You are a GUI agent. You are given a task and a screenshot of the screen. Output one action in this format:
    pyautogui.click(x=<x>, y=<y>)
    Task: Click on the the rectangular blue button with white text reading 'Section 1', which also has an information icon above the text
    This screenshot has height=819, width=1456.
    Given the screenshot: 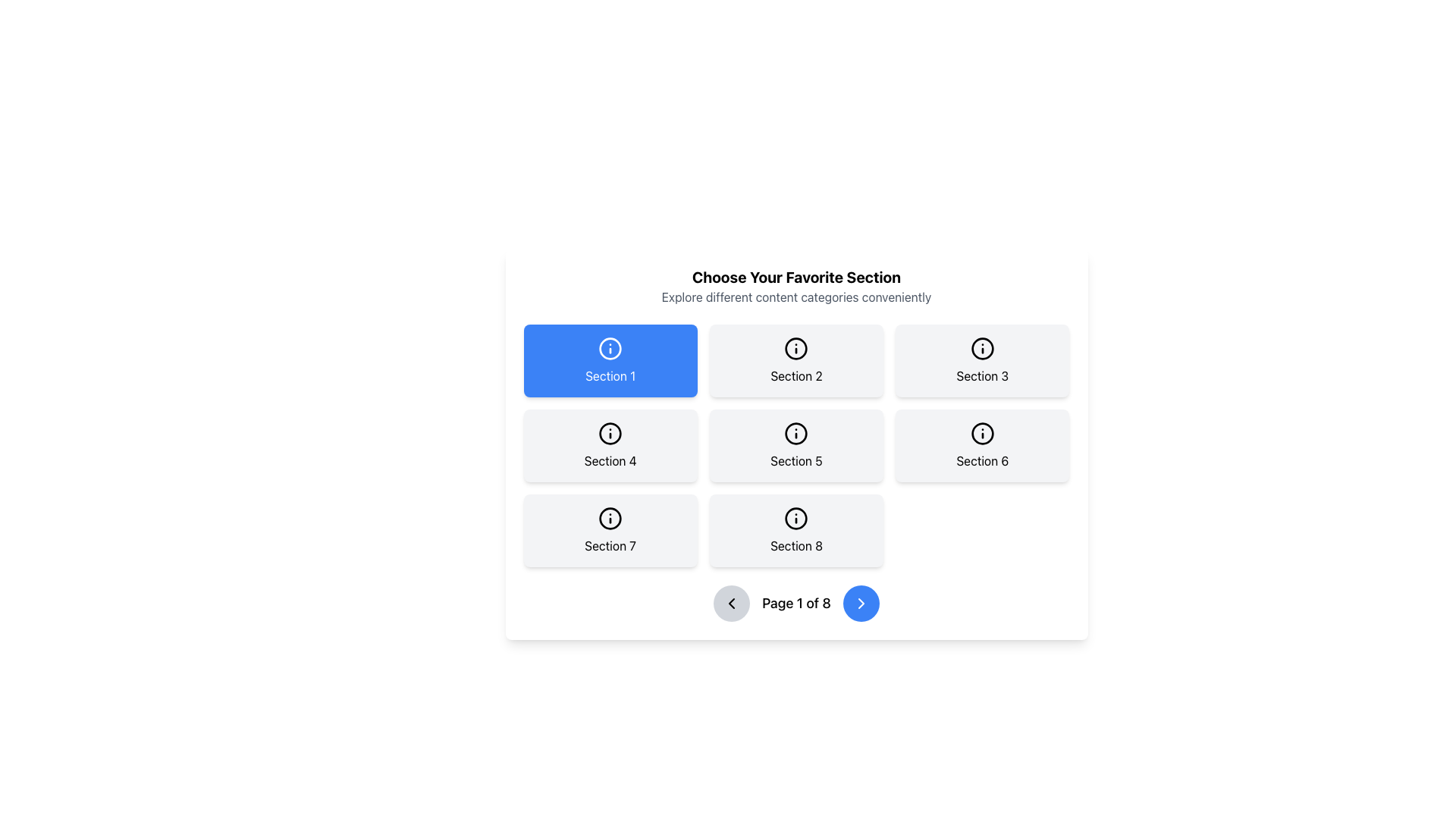 What is the action you would take?
    pyautogui.click(x=610, y=360)
    